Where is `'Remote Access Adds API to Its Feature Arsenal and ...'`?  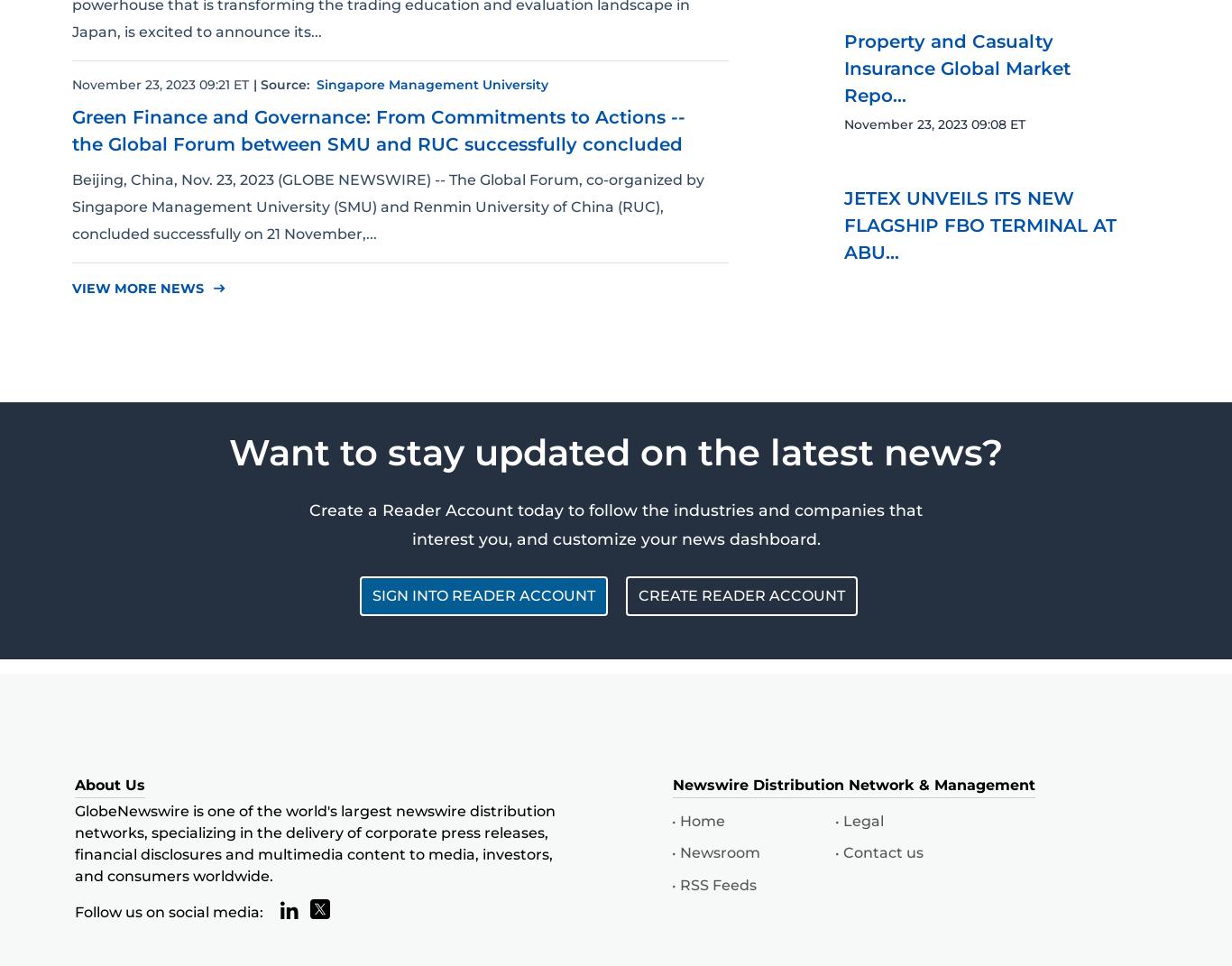 'Remote Access Adds API to Its Feature Arsenal and ...' is located at coordinates (986, 497).